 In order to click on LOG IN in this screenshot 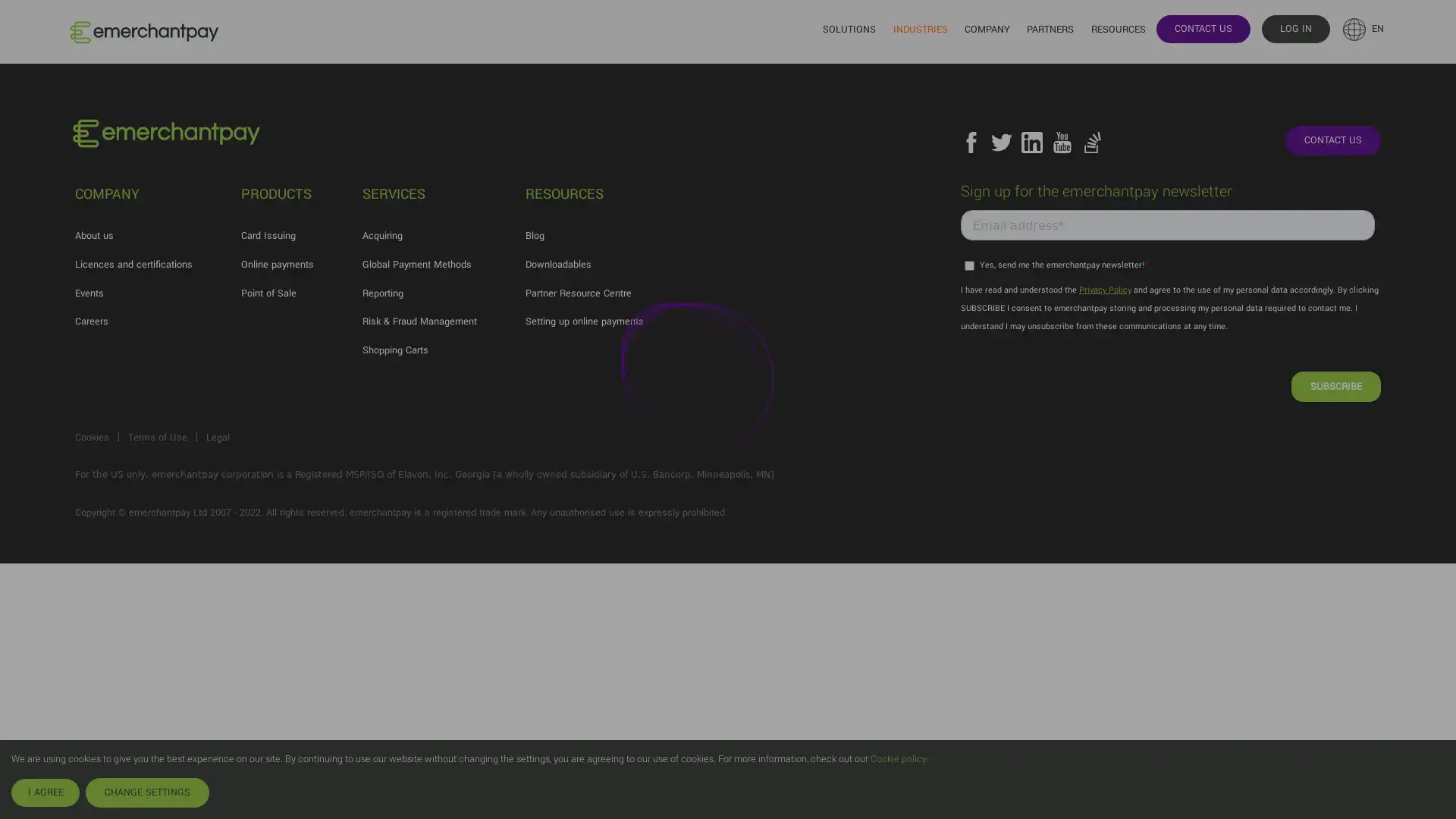, I will do `click(1294, 28)`.